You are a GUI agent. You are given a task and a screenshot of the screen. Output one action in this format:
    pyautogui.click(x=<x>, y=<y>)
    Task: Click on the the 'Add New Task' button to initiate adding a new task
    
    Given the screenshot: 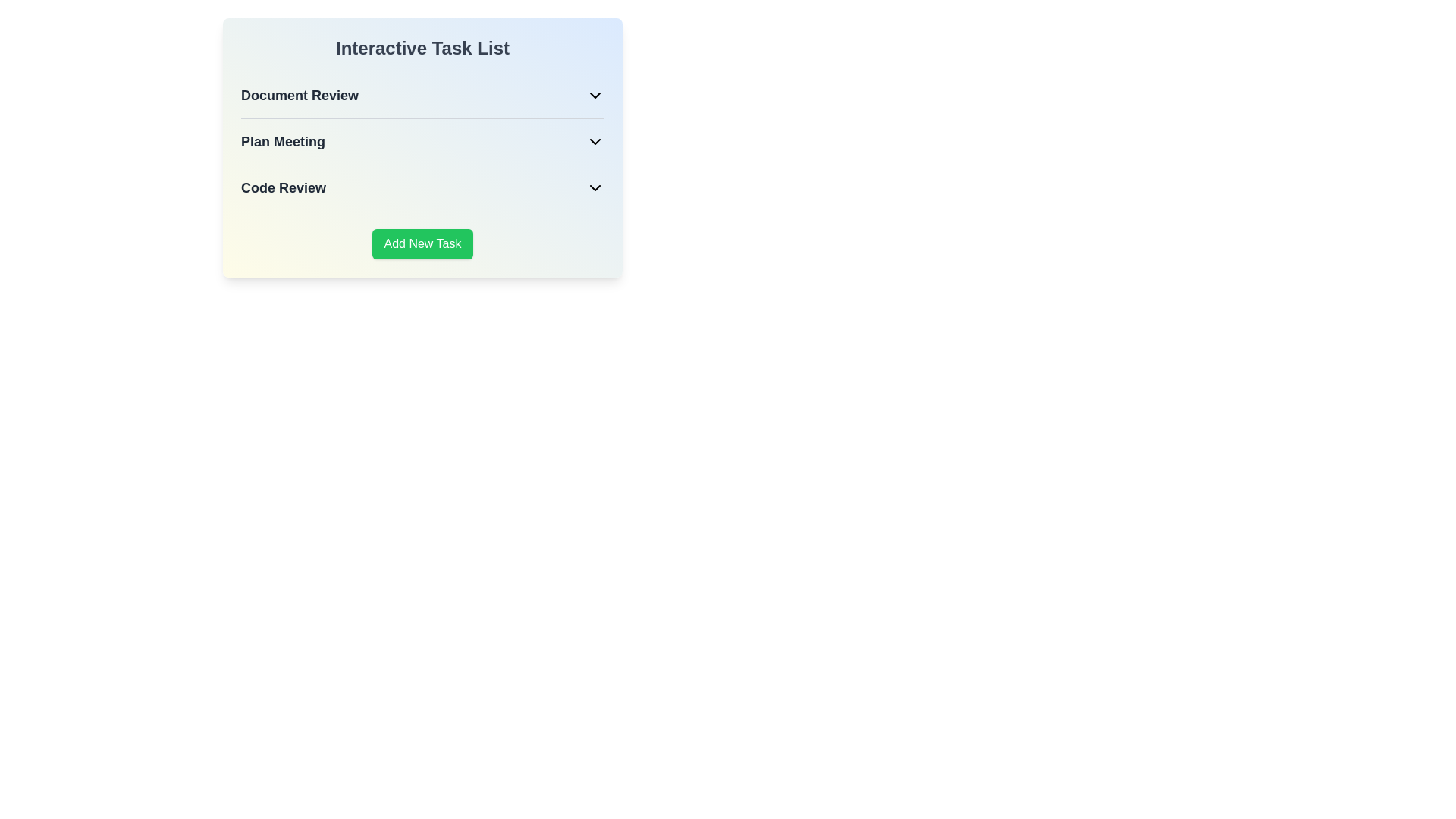 What is the action you would take?
    pyautogui.click(x=422, y=243)
    